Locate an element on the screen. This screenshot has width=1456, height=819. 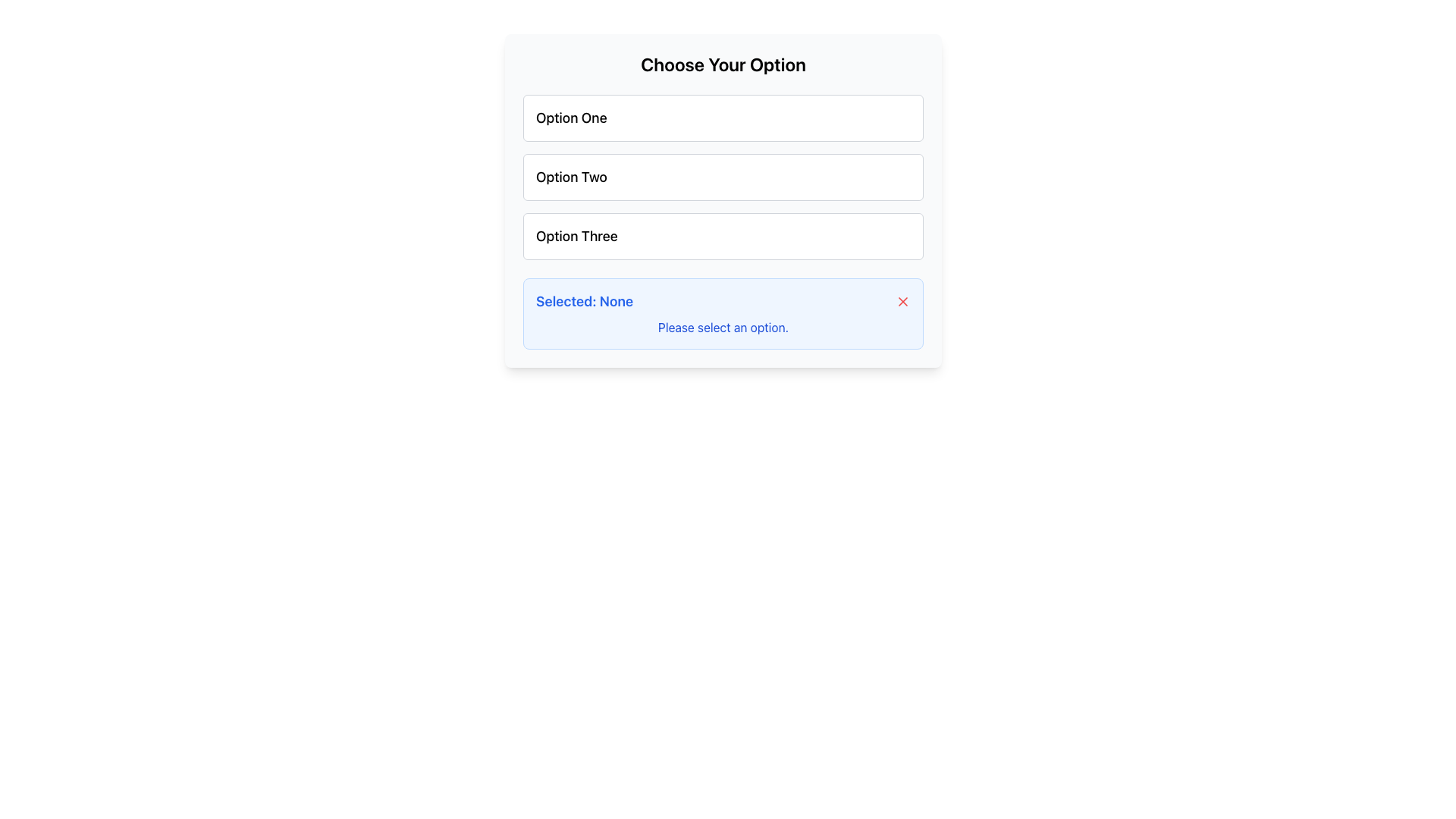
message from the text label that says 'Please select an option.' which is styled in blue and located below the 'Selected: None' text is located at coordinates (723, 327).